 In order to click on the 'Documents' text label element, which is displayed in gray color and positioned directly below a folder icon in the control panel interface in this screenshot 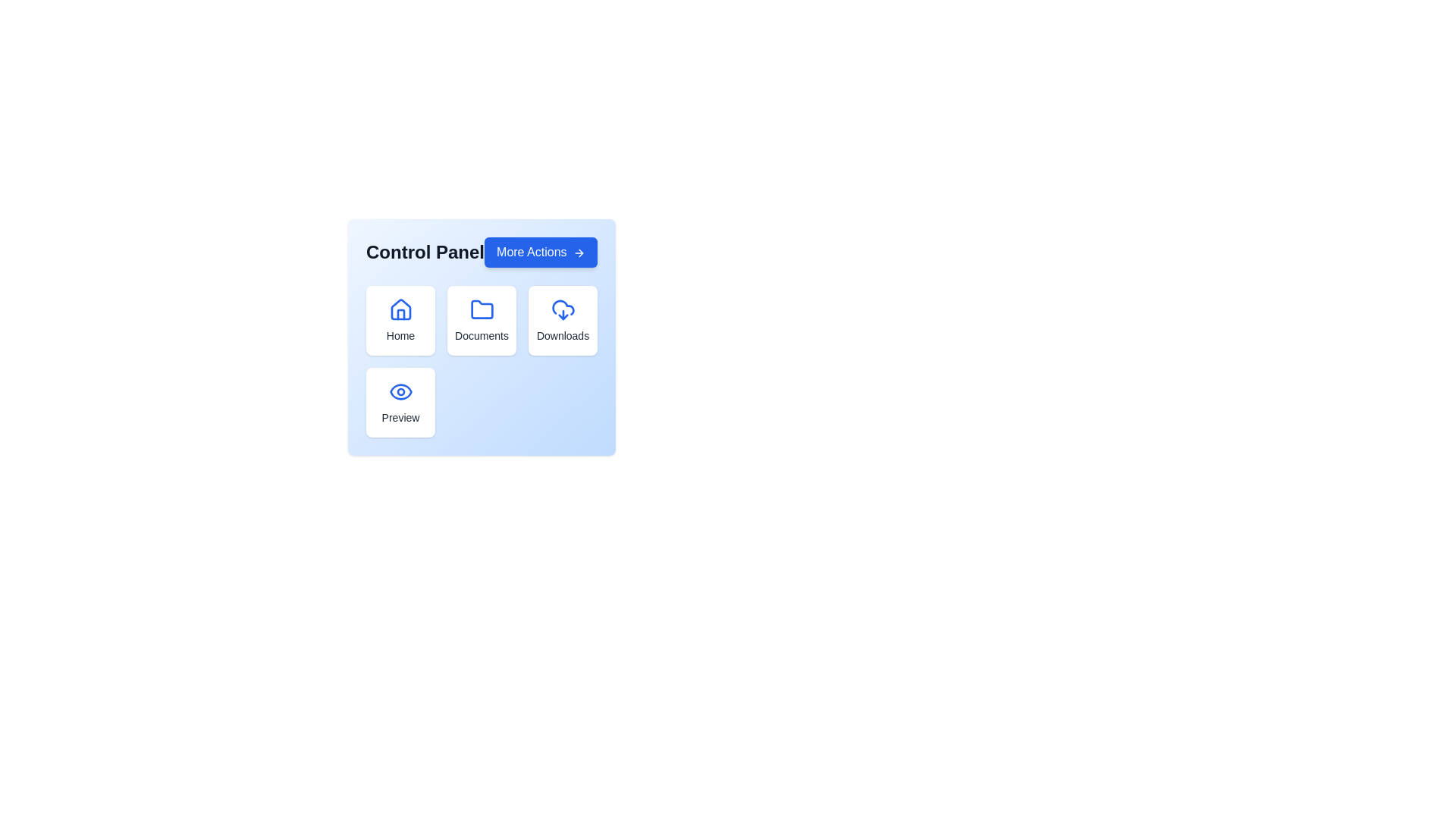, I will do `click(481, 335)`.